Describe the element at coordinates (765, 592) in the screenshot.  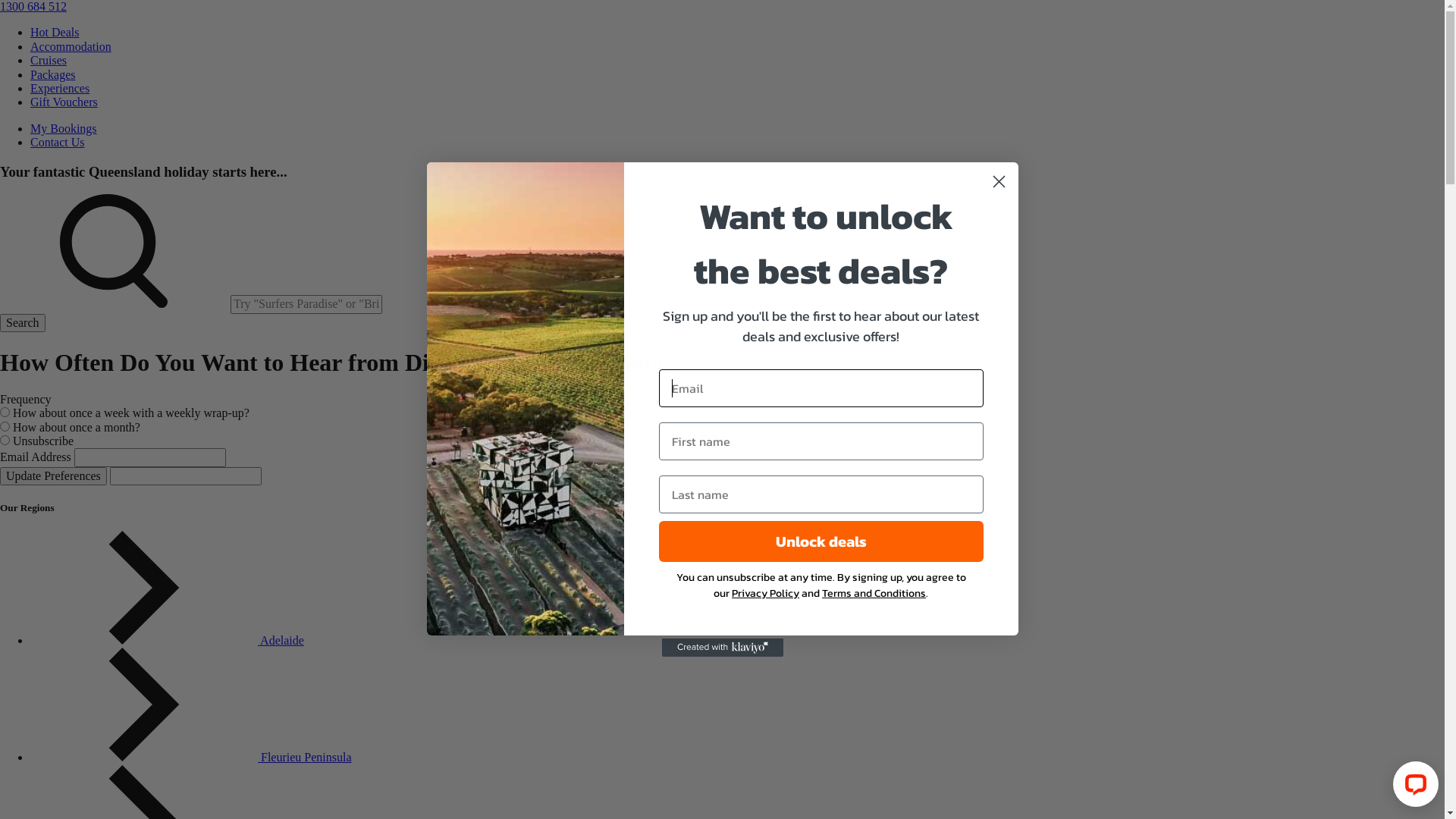
I see `'Privacy Policy'` at that location.